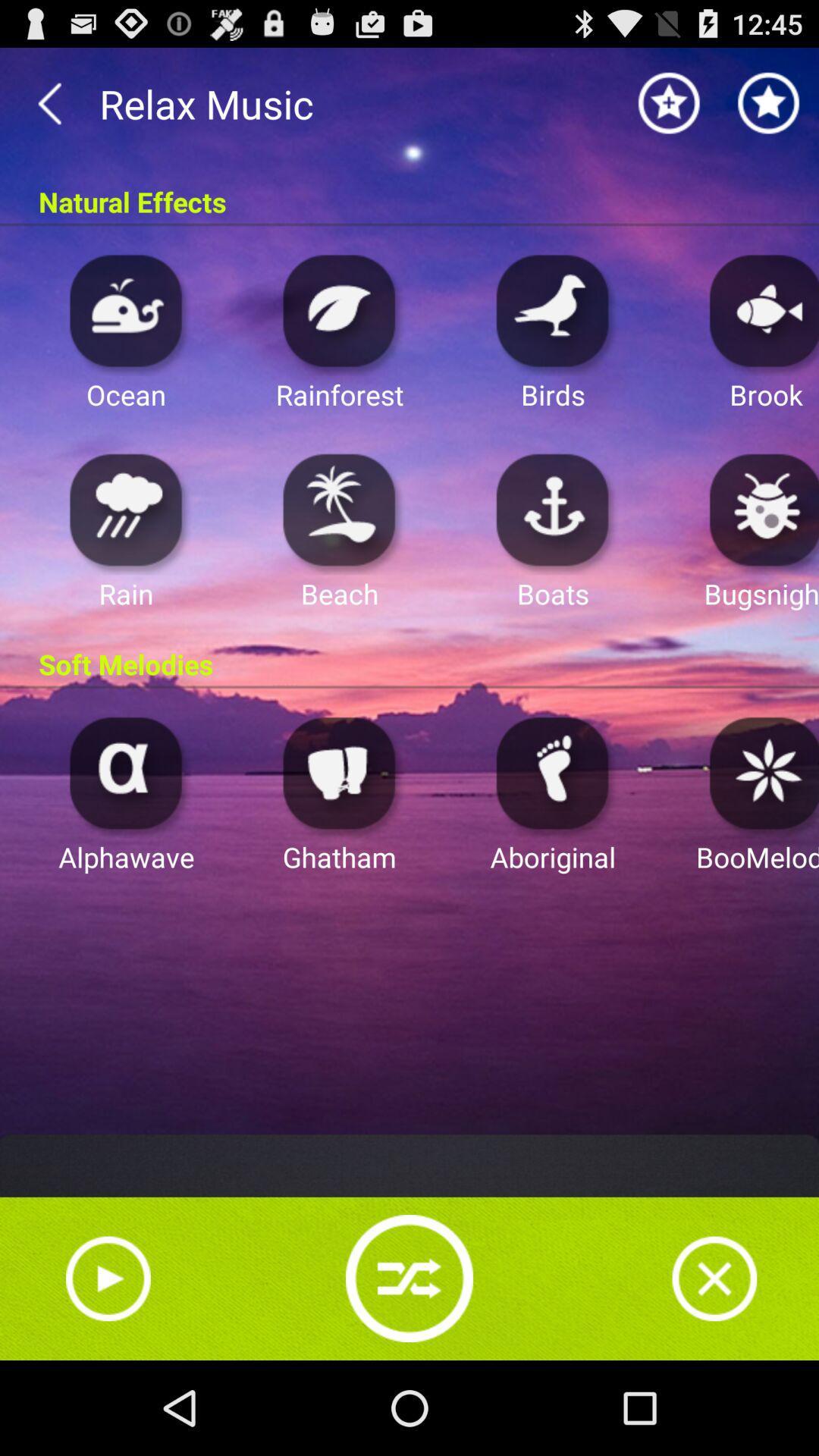 This screenshot has width=819, height=1456. What do you see at coordinates (769, 102) in the screenshot?
I see `favorites` at bounding box center [769, 102].